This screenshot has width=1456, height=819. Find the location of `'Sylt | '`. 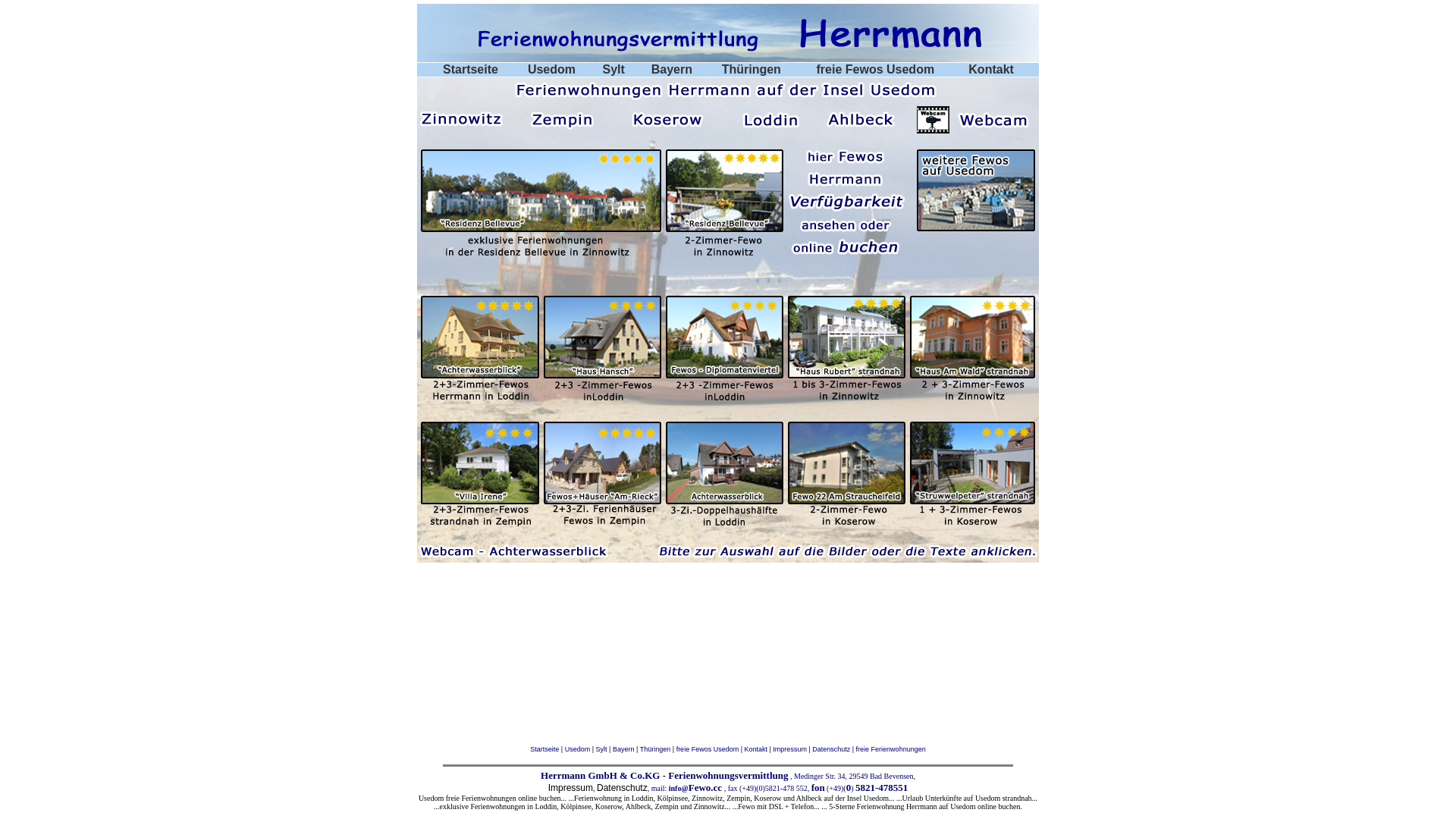

'Sylt | ' is located at coordinates (603, 748).